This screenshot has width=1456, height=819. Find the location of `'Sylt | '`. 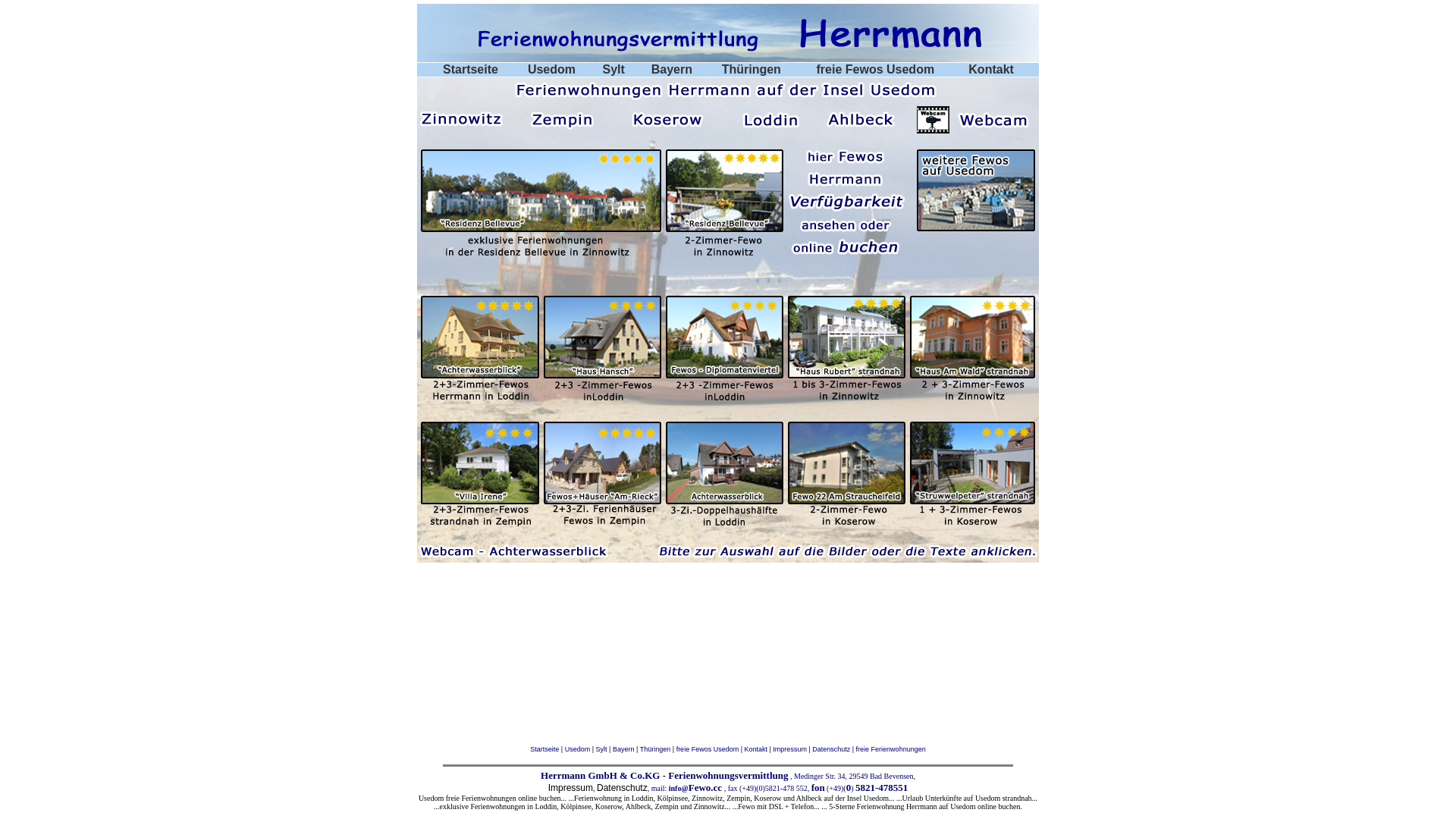

'Sylt | ' is located at coordinates (603, 748).